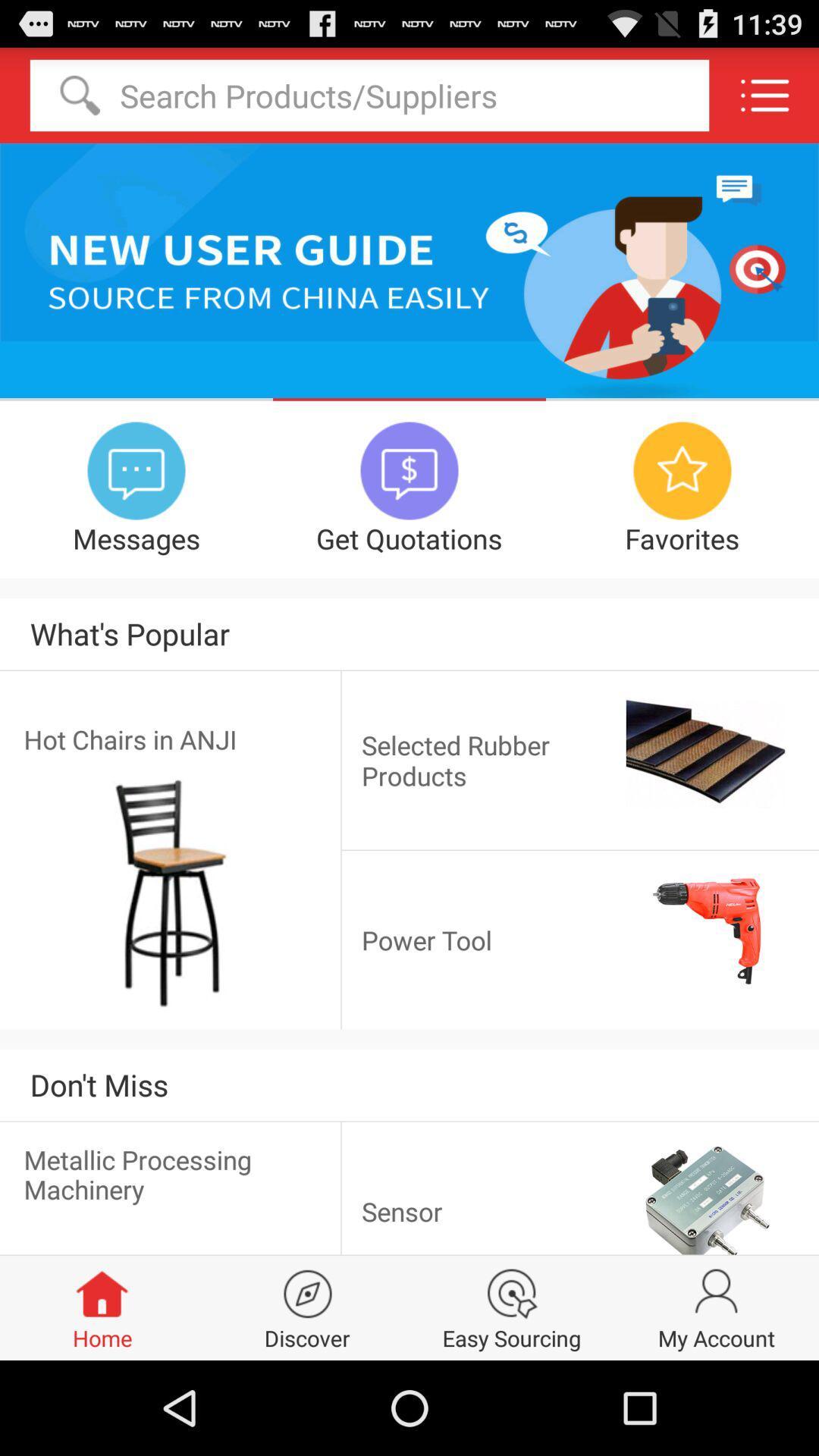  I want to click on the list icon, so click(764, 101).